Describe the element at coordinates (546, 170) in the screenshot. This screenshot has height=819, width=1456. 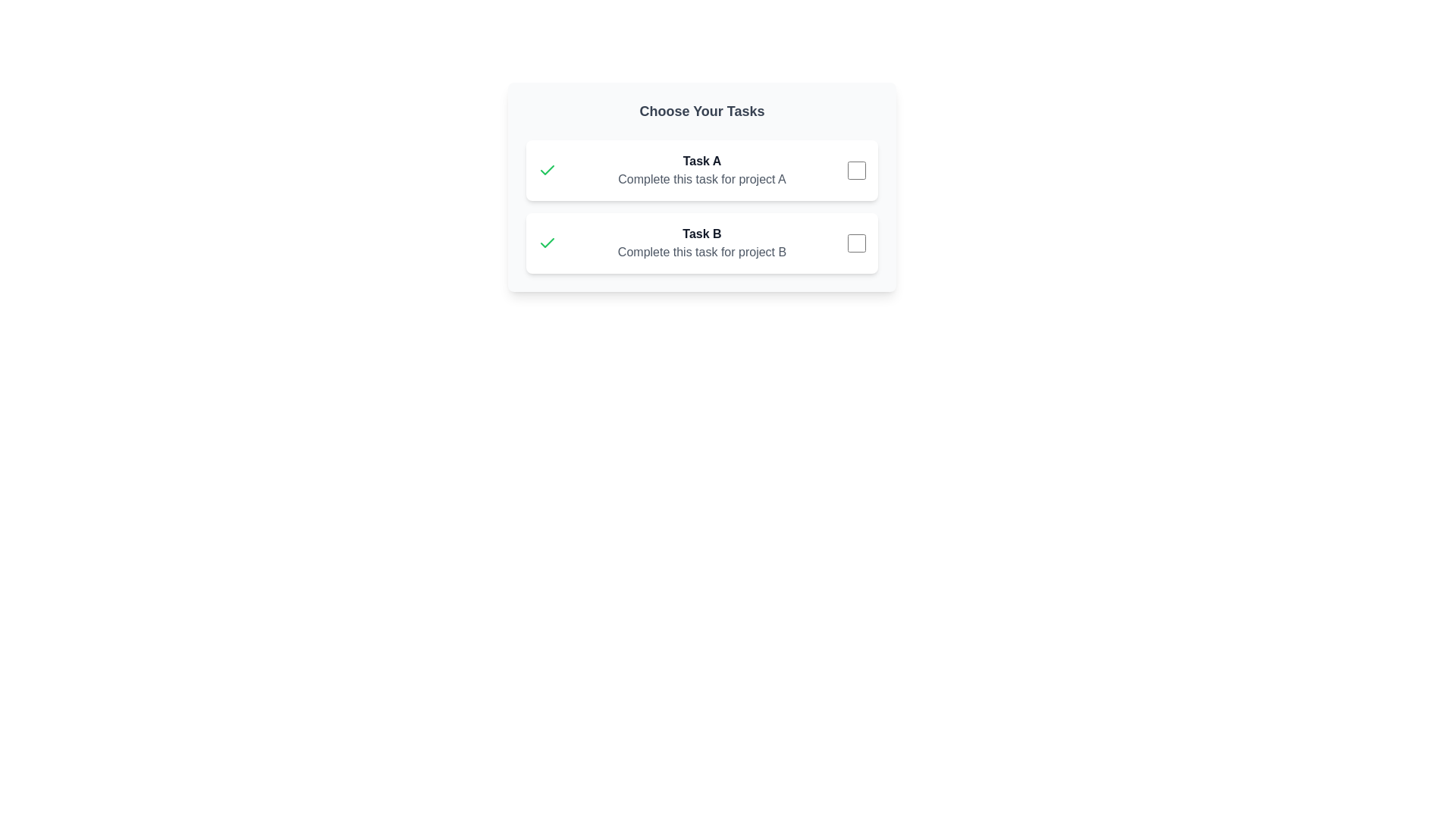
I see `the completion status icon for 'Task B', which is the first icon aligned to the left of the task's text label` at that location.